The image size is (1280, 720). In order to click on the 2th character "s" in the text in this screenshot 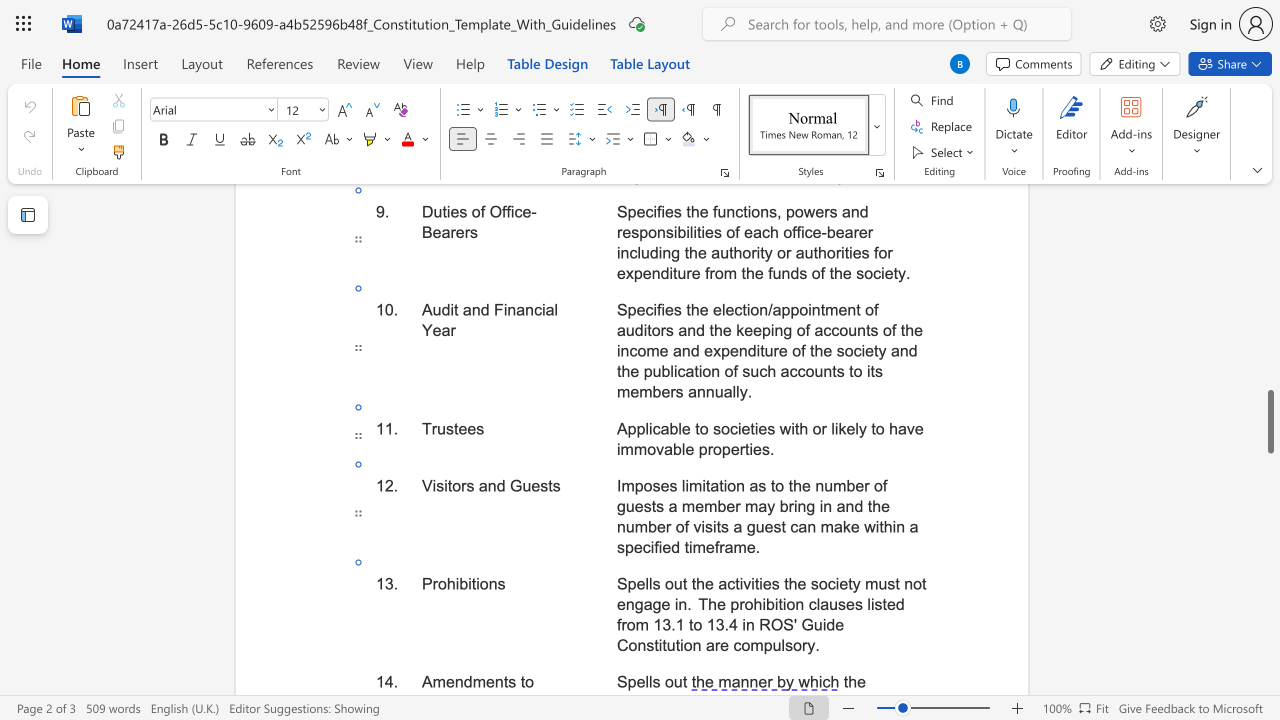, I will do `click(469, 486)`.